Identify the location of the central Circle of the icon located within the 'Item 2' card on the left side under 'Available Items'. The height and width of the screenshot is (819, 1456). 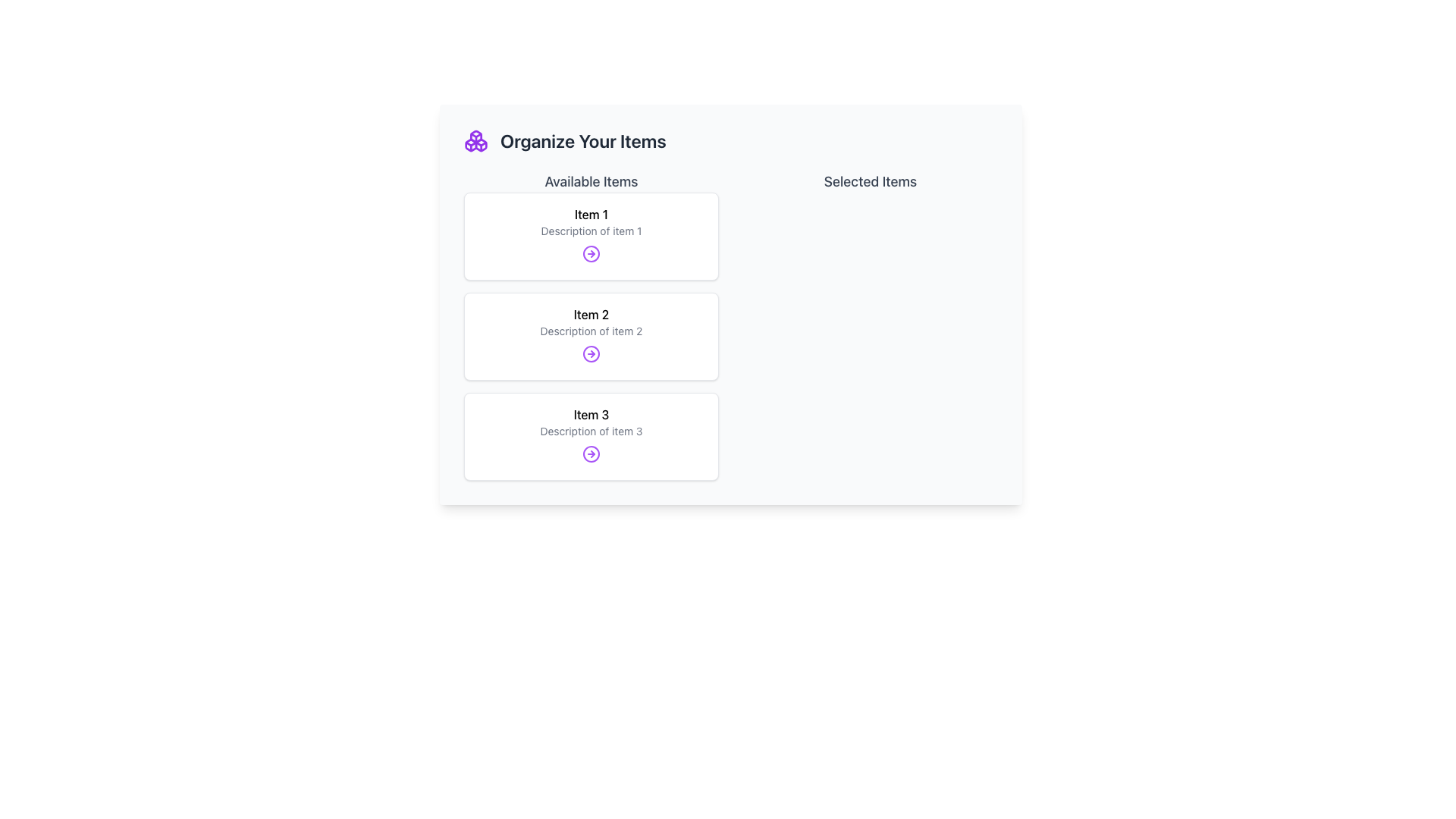
(590, 353).